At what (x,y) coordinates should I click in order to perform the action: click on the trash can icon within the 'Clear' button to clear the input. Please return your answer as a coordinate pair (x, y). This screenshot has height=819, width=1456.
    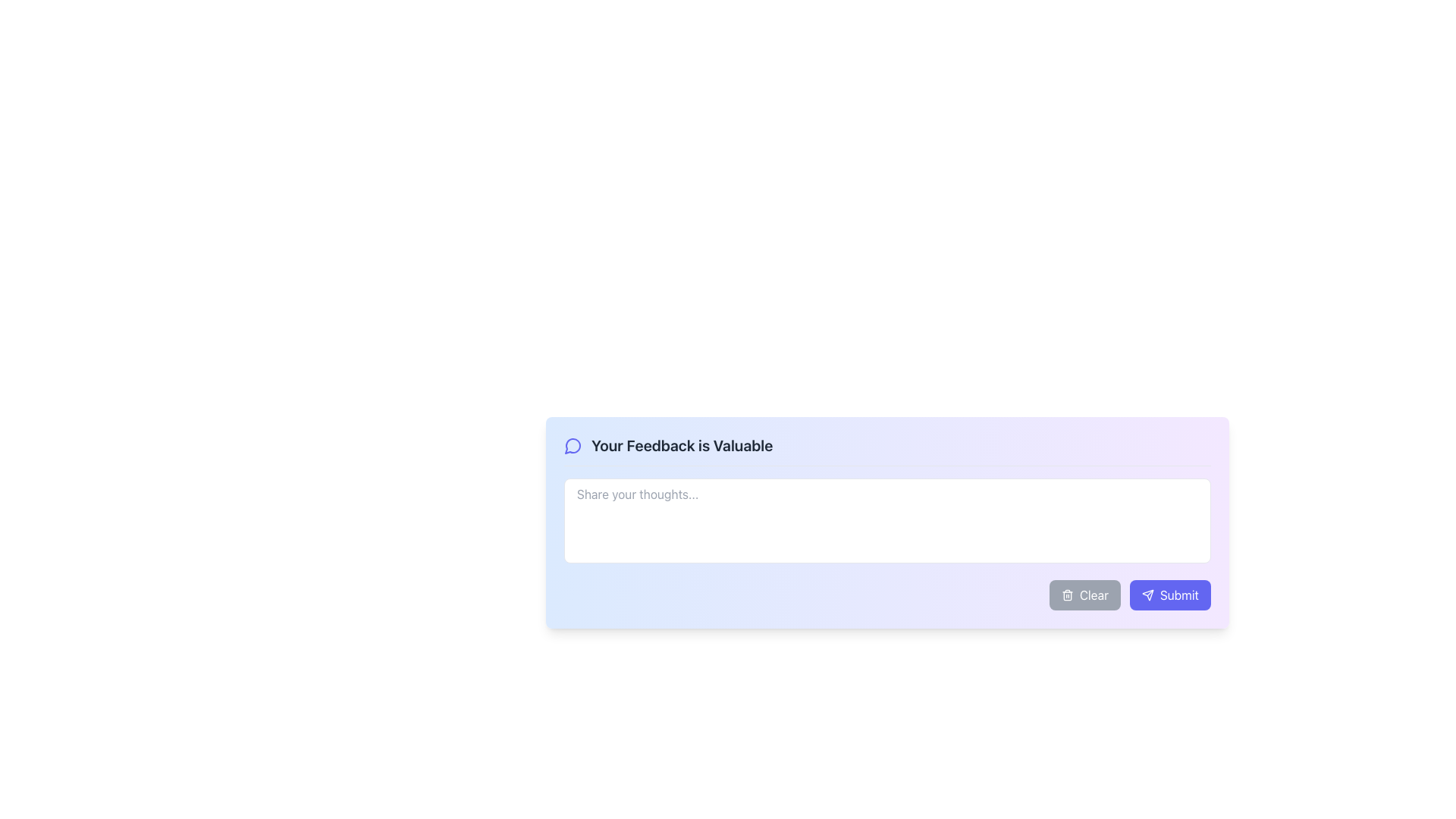
    Looking at the image, I should click on (1066, 595).